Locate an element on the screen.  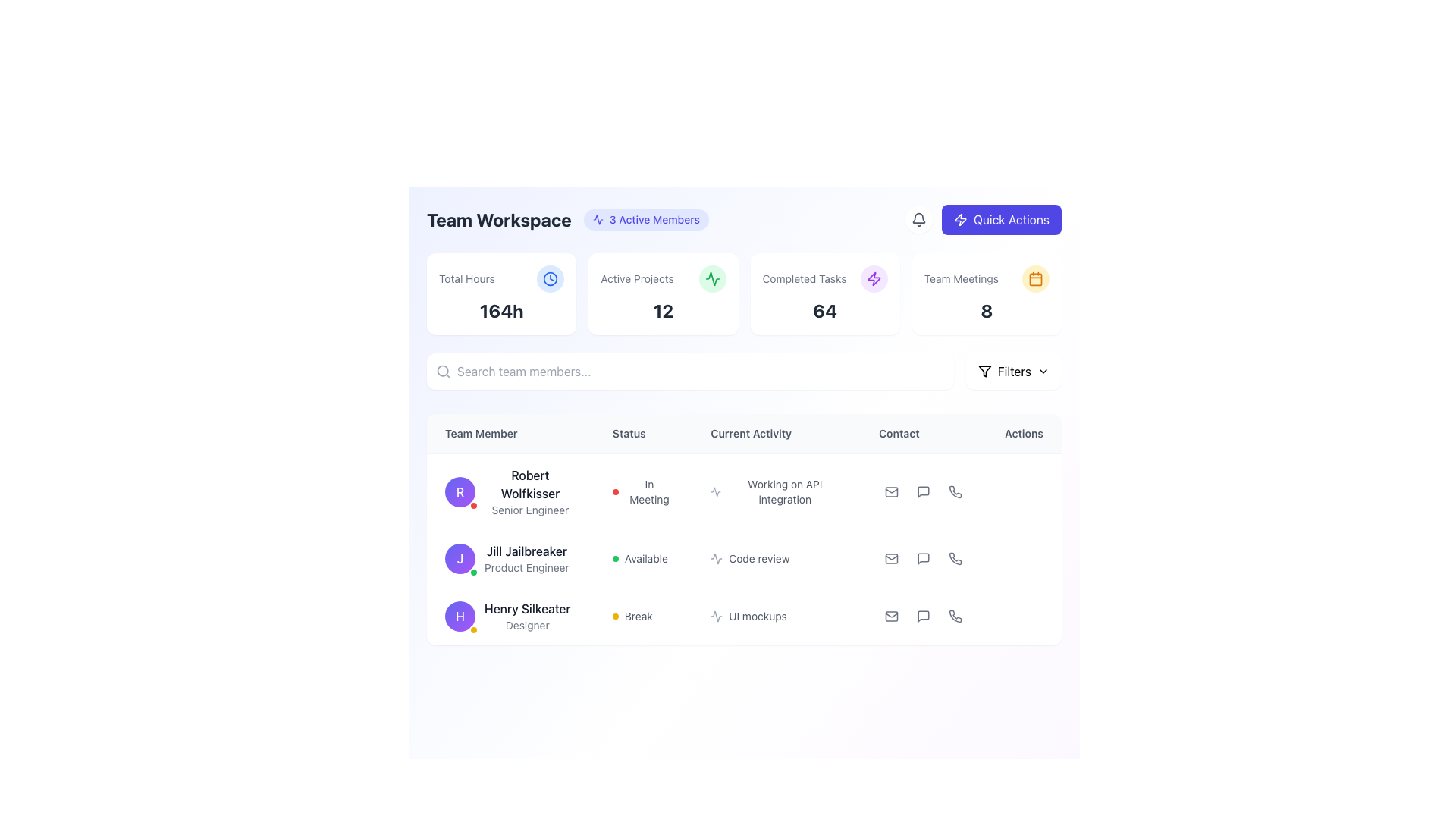
the small, circular green icon with a line chart inside, located to the right of the '12' number in the 'Active Projects' card of the 'Team Workspace' section is located at coordinates (711, 278).